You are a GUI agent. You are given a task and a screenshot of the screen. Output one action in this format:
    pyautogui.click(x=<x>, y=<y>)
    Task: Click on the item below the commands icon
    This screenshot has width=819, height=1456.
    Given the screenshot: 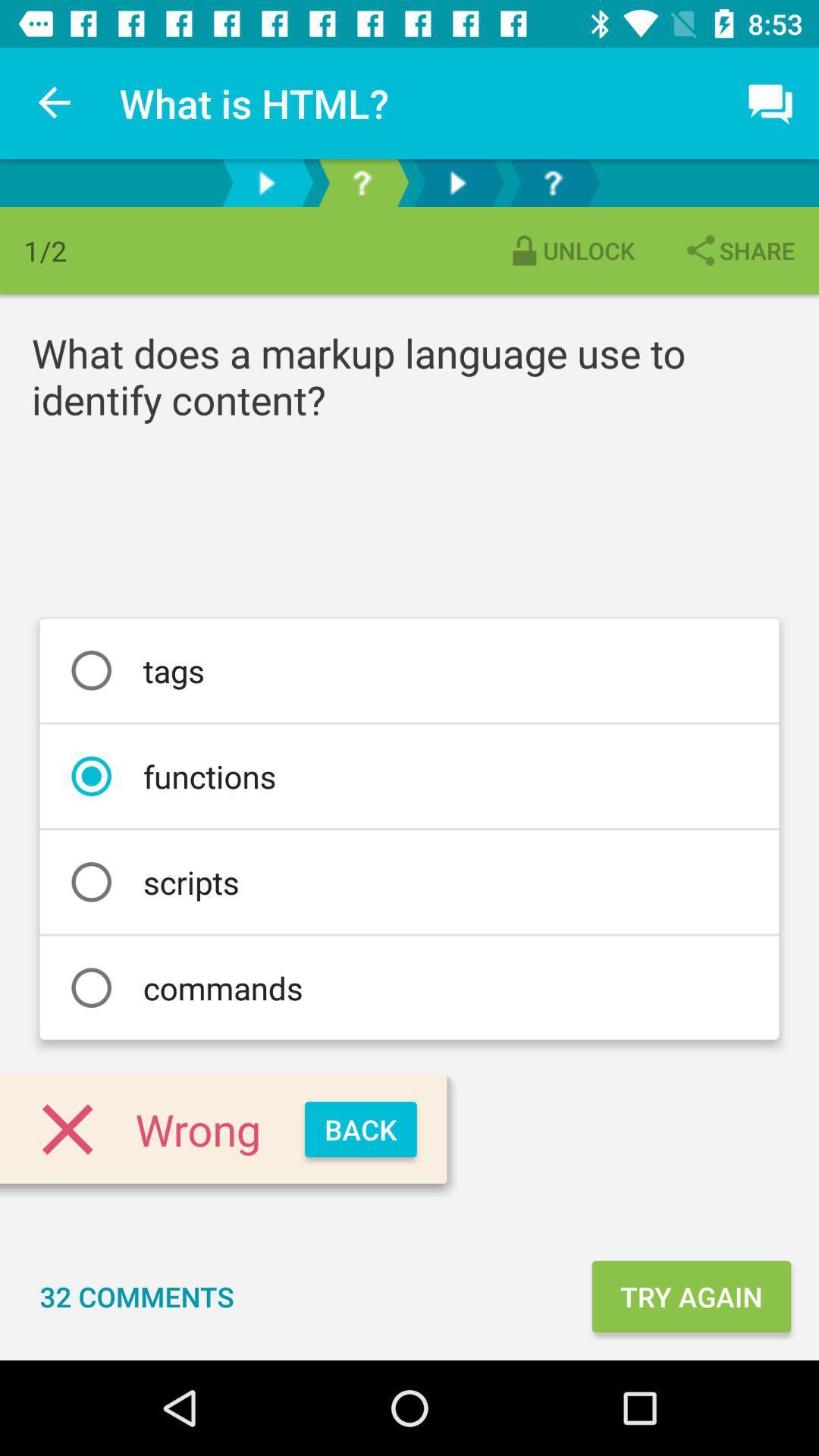 What is the action you would take?
    pyautogui.click(x=360, y=1129)
    